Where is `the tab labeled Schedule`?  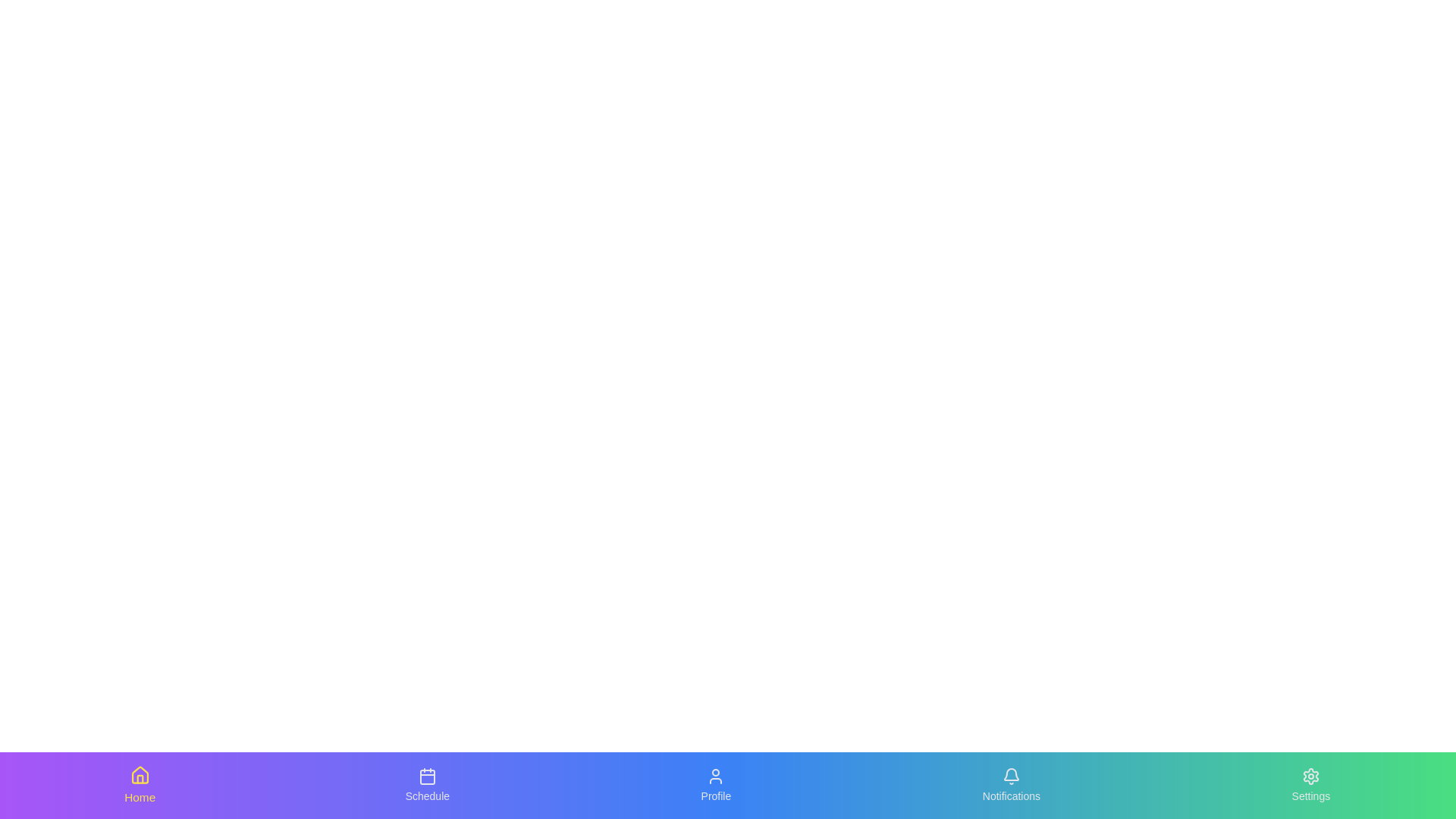
the tab labeled Schedule is located at coordinates (425, 785).